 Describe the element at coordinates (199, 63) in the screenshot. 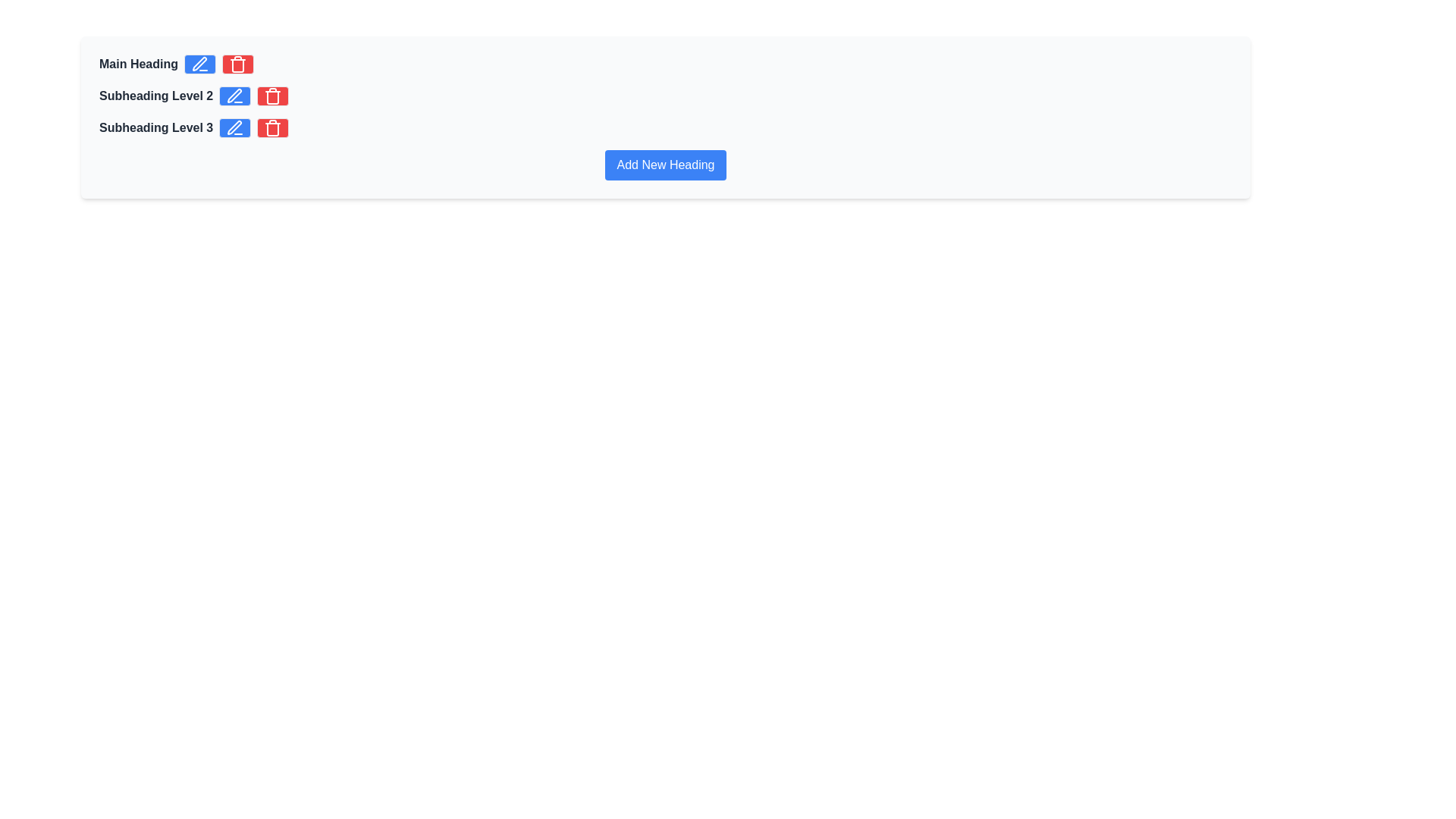

I see `the editing tool icon located to the left of a red icon, aligned right of the 'Main Heading', for keyboard interaction` at that location.